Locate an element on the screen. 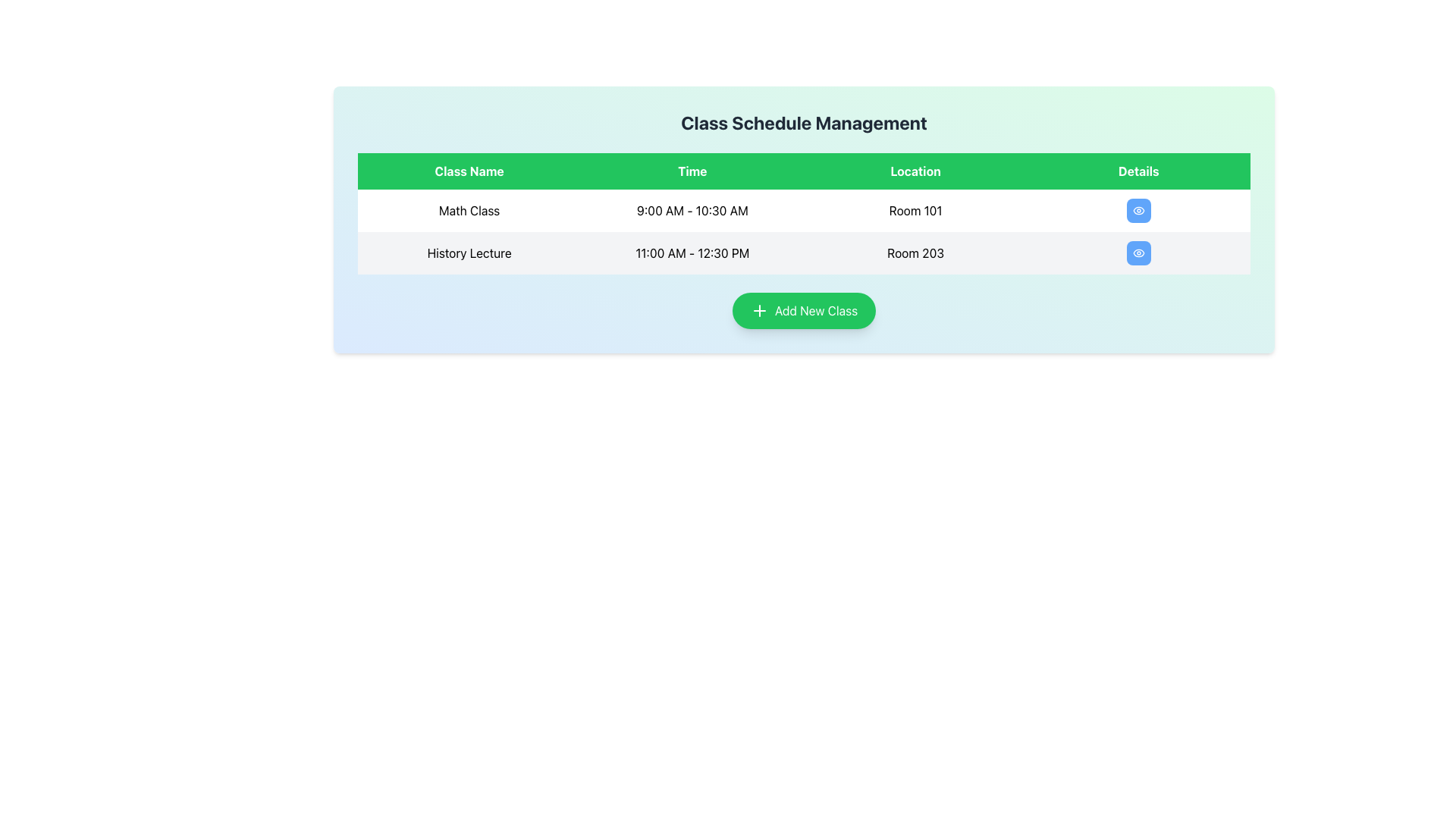 This screenshot has height=819, width=1456. the text label displaying '9:00 AM - 10:30 AM' which is centrally positioned in the 'Time' column of the table is located at coordinates (692, 210).